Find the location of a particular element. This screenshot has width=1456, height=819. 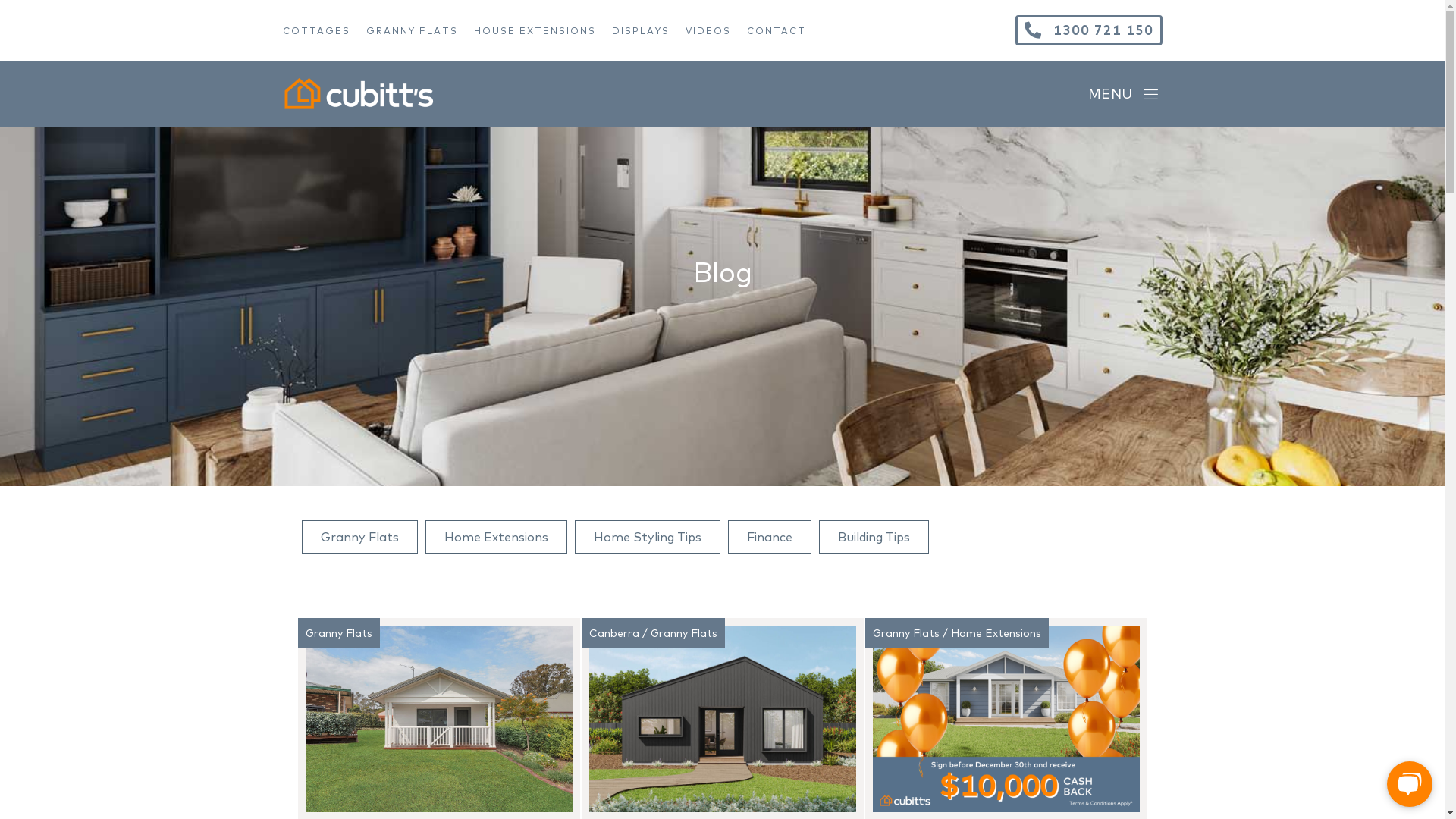

'Home Styling Tips' is located at coordinates (648, 536).